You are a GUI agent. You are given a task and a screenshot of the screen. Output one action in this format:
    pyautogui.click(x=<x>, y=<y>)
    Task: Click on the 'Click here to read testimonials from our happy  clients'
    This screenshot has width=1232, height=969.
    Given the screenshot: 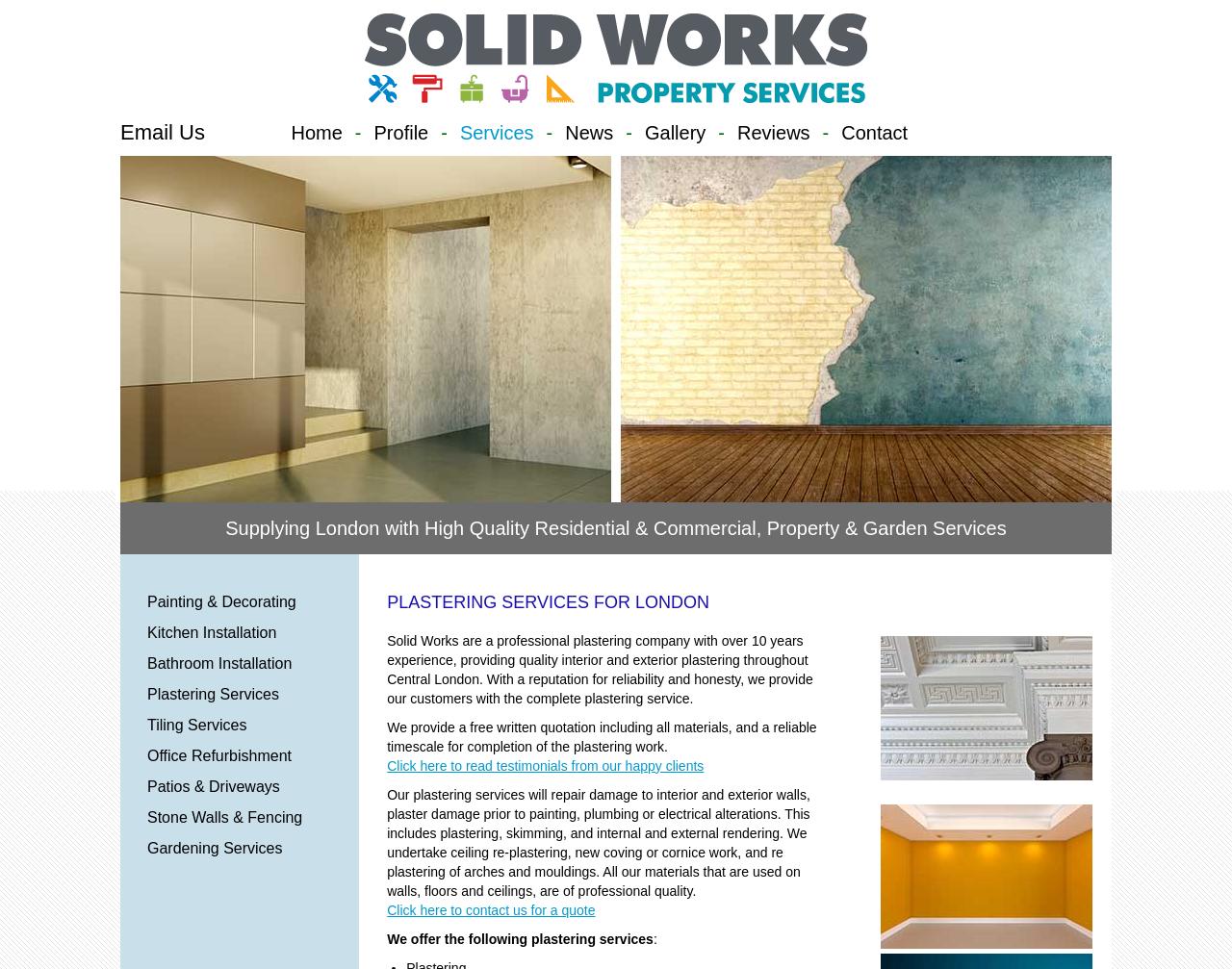 What is the action you would take?
    pyautogui.click(x=386, y=765)
    